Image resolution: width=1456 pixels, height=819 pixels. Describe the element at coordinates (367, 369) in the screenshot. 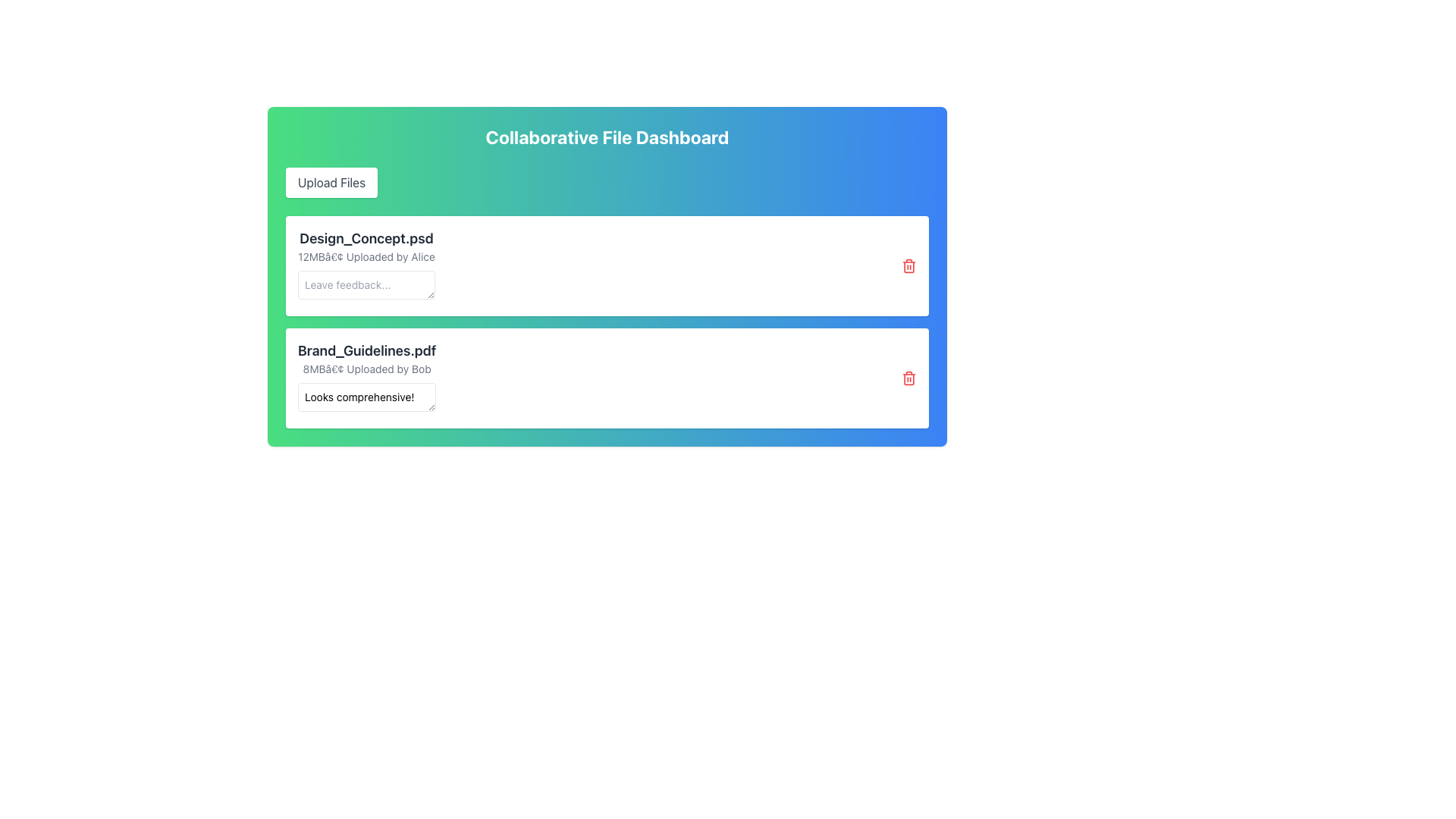

I see `the informational content display that shows the file size ('8MB') and the uploader's name ('Bob'), which is located below the title 'Brand_Guidelines.pdf' and above the feedback input box` at that location.